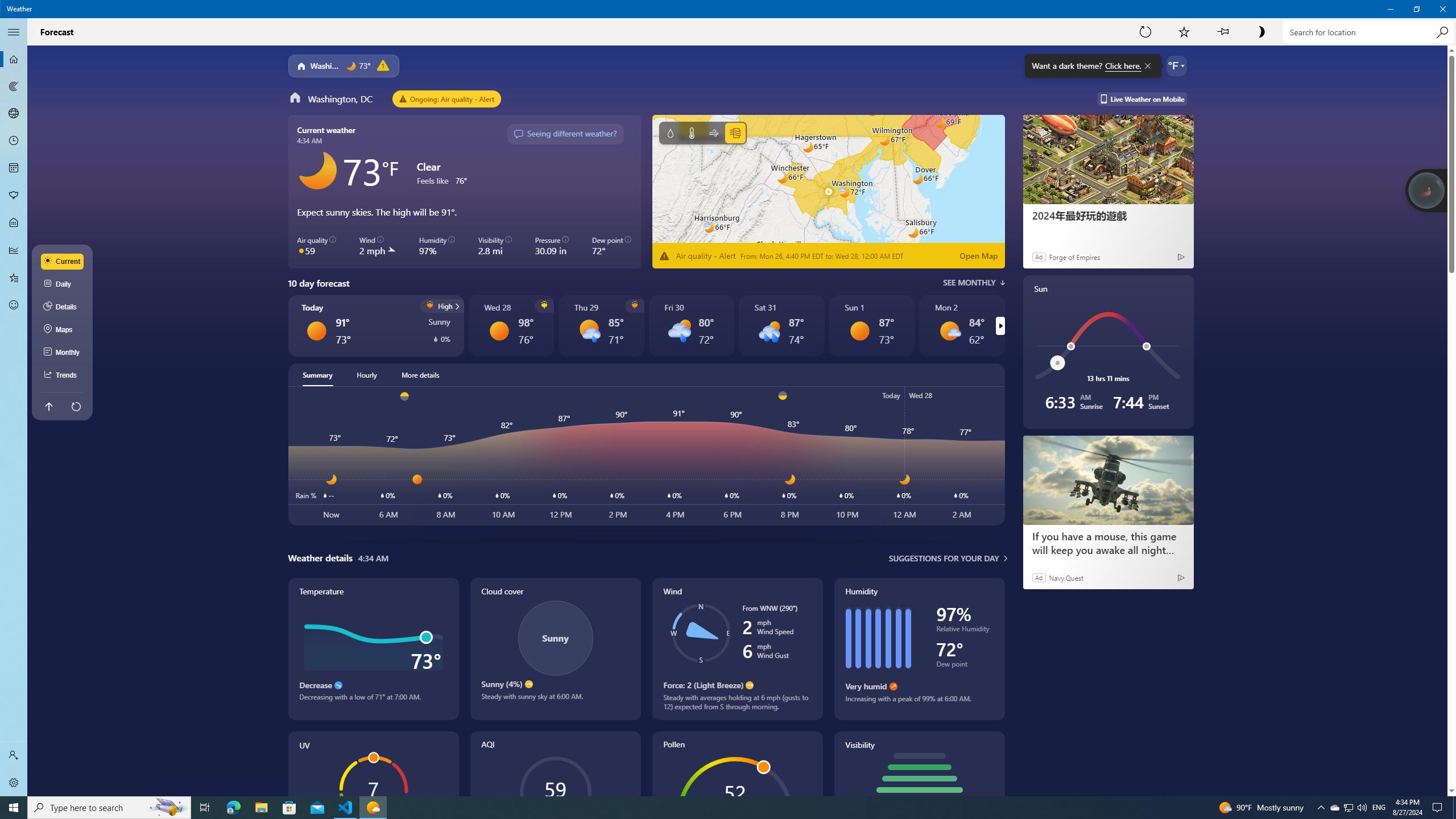  What do you see at coordinates (14, 113) in the screenshot?
I see `'3D Maps - Not Selected'` at bounding box center [14, 113].